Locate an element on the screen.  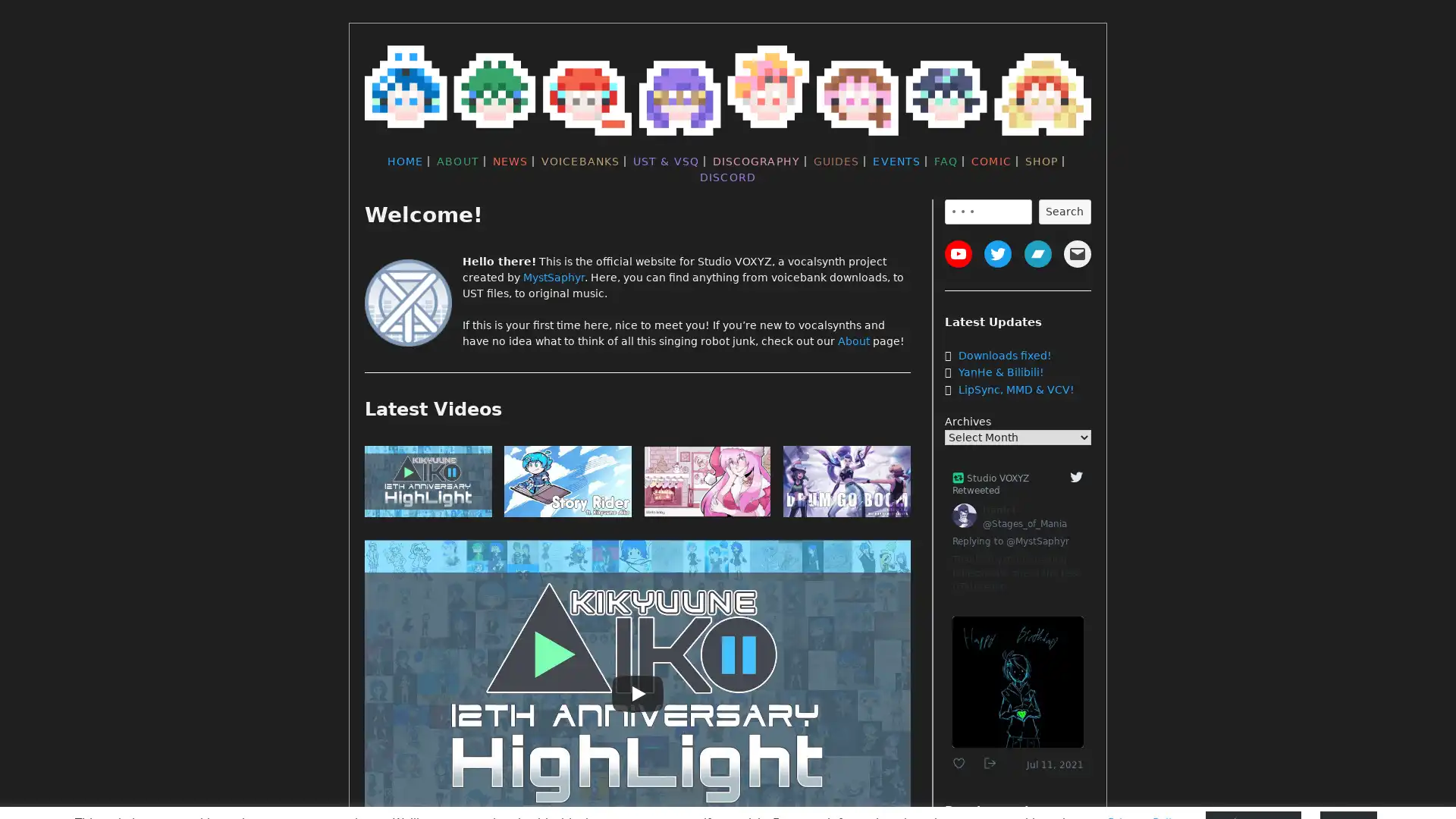
play is located at coordinates (566, 485).